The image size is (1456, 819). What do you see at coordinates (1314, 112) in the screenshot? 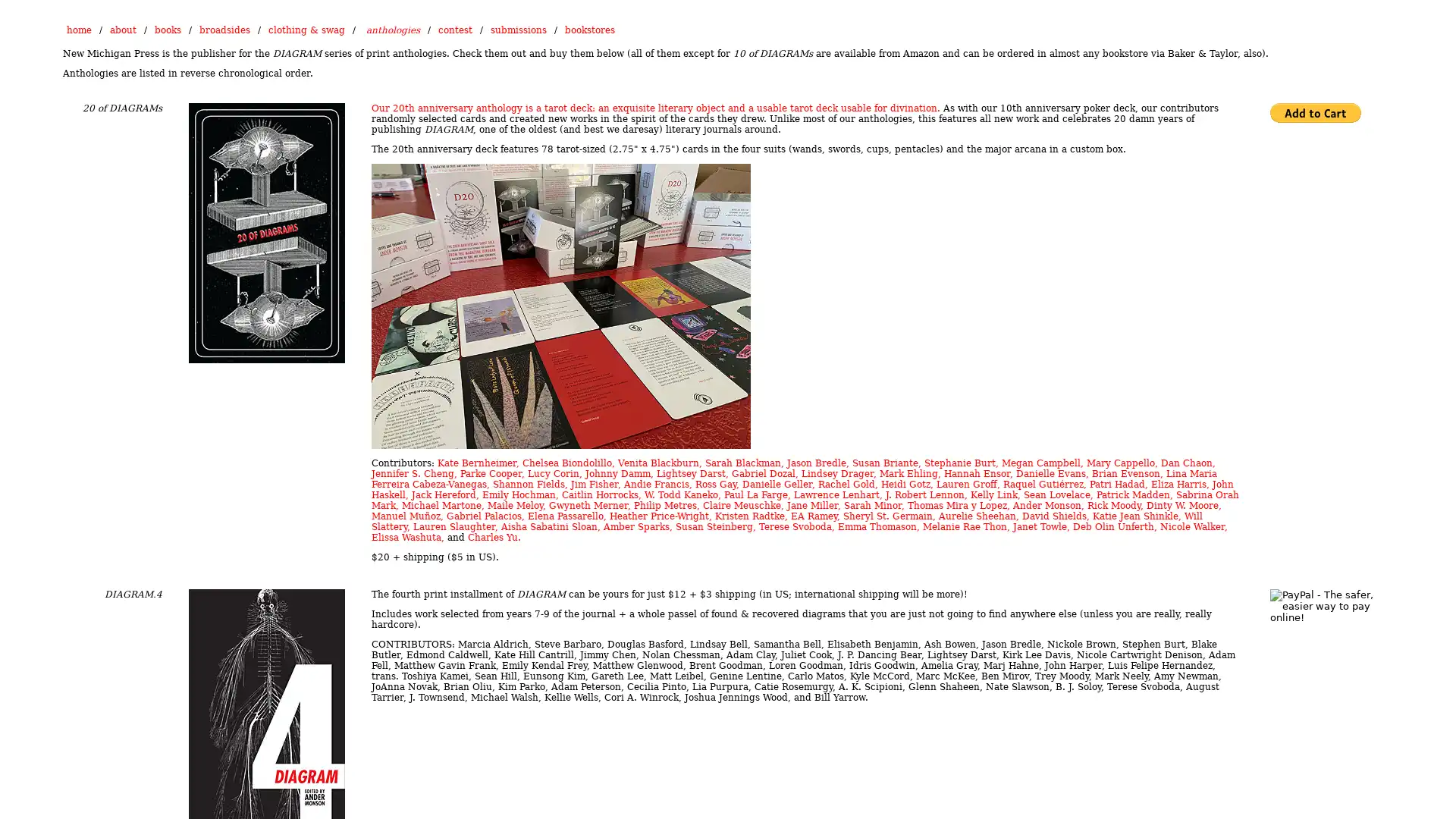
I see `PayPal - The safer, easier way to pay online!` at bounding box center [1314, 112].